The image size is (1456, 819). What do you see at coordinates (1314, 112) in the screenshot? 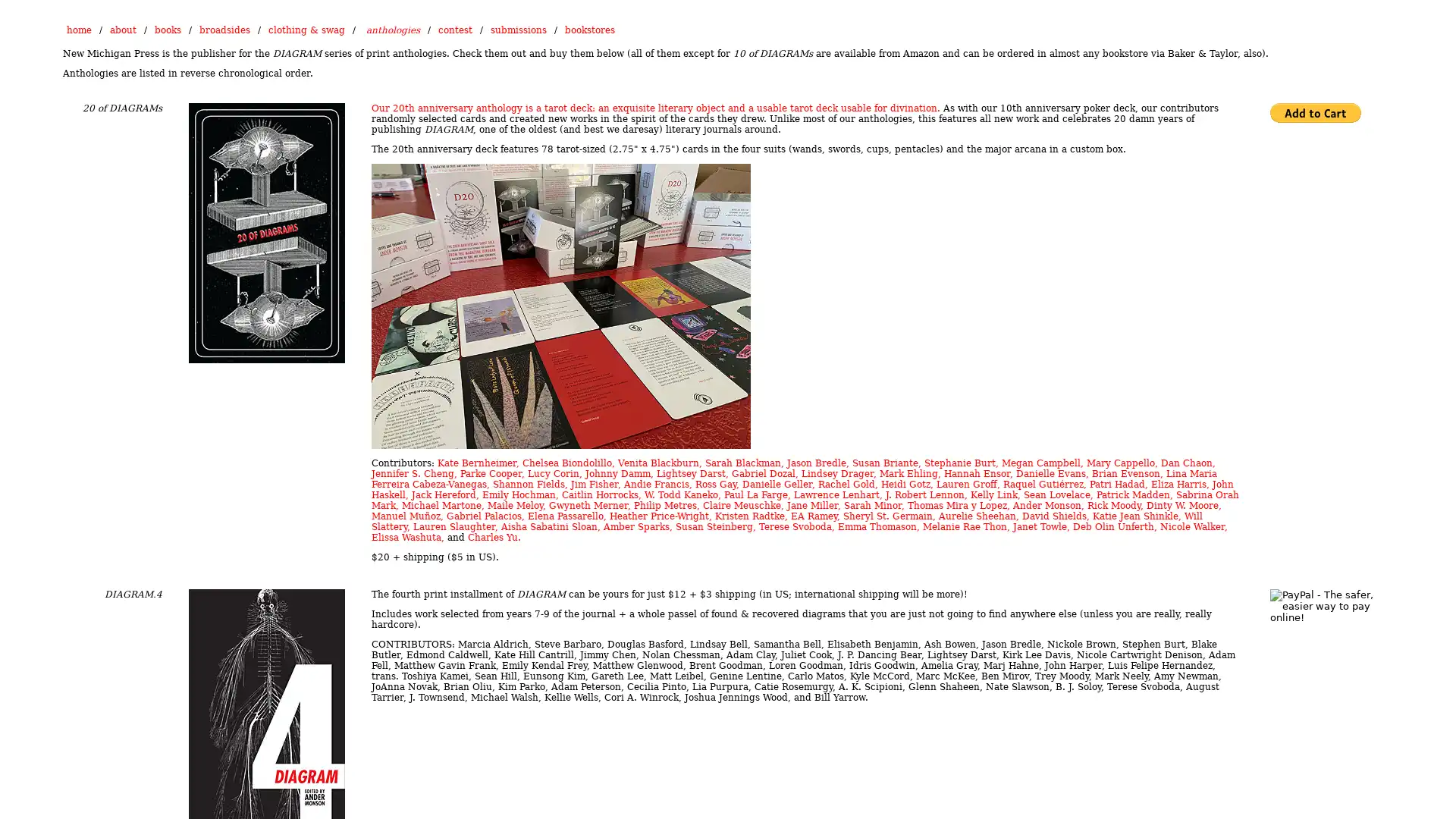
I see `PayPal - The safer, easier way to pay online!` at bounding box center [1314, 112].